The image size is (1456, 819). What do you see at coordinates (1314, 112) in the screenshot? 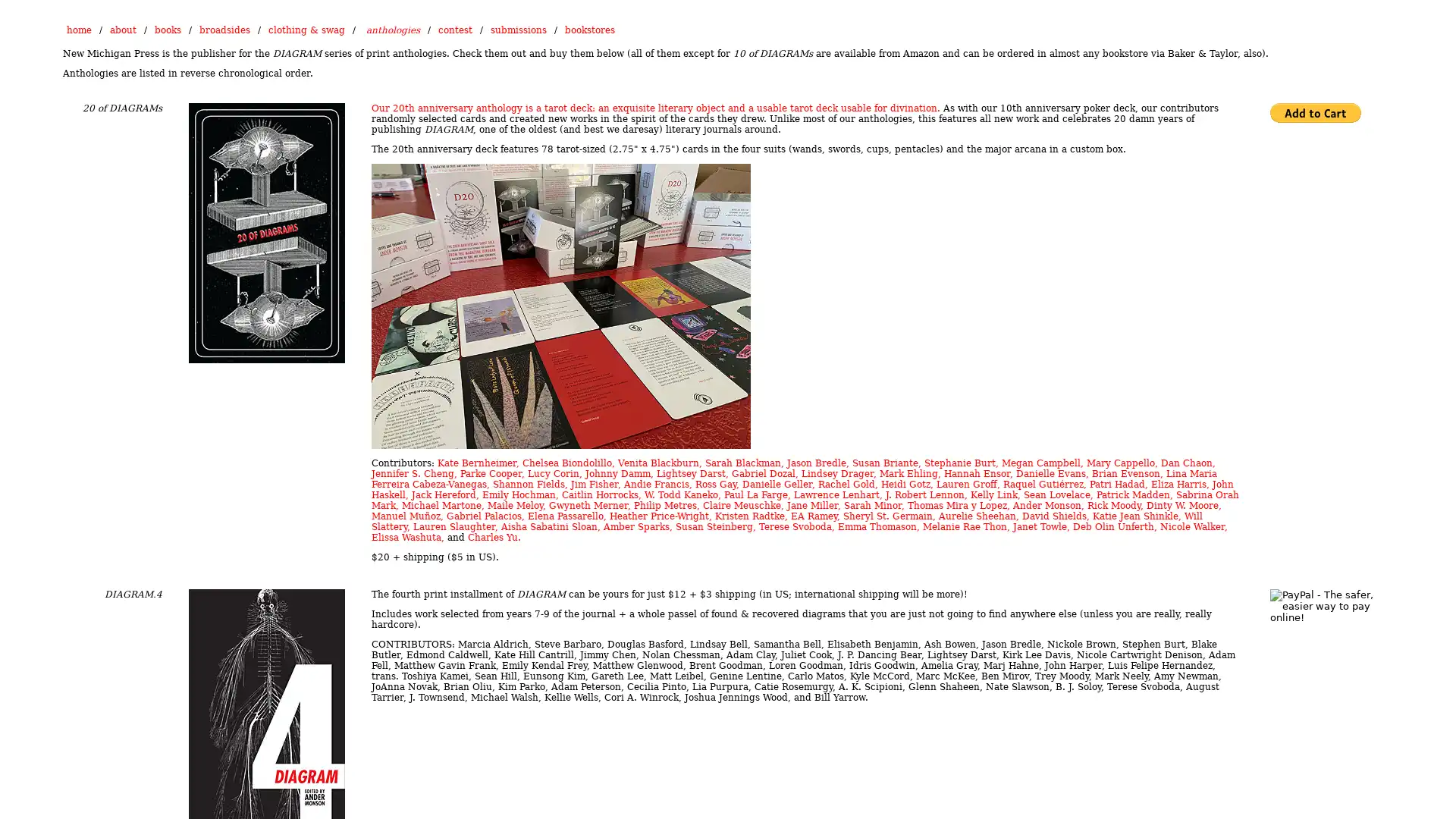
I see `PayPal - The safer, easier way to pay online!` at bounding box center [1314, 112].